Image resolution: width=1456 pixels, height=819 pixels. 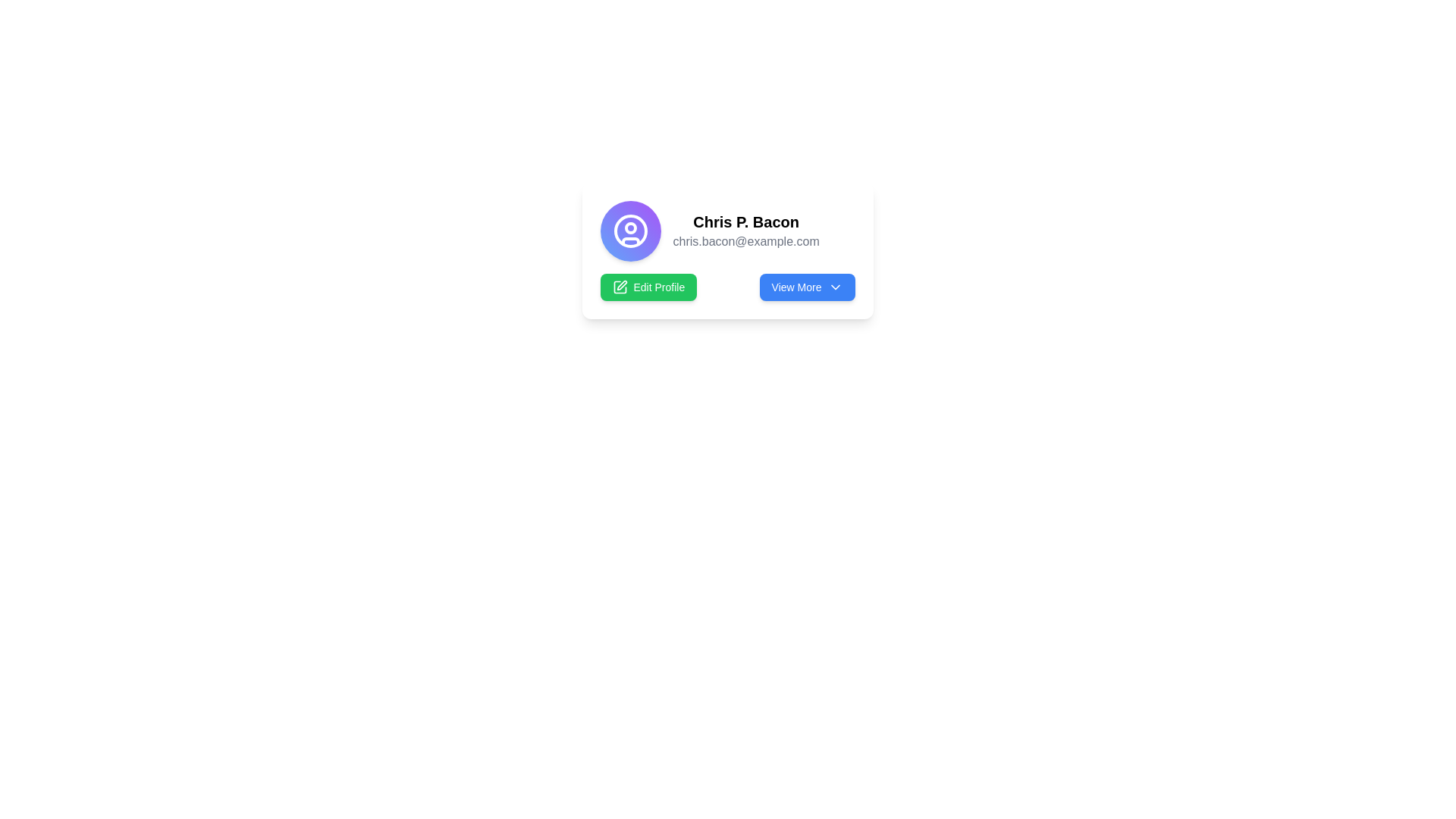 What do you see at coordinates (726, 231) in the screenshot?
I see `the Profile Information Display element which shows the name 'Chris P. Bacon' and email 'chris.bacon@example.com' in the middle-left area above the buttons 'Edit Profile' and 'View More.'` at bounding box center [726, 231].